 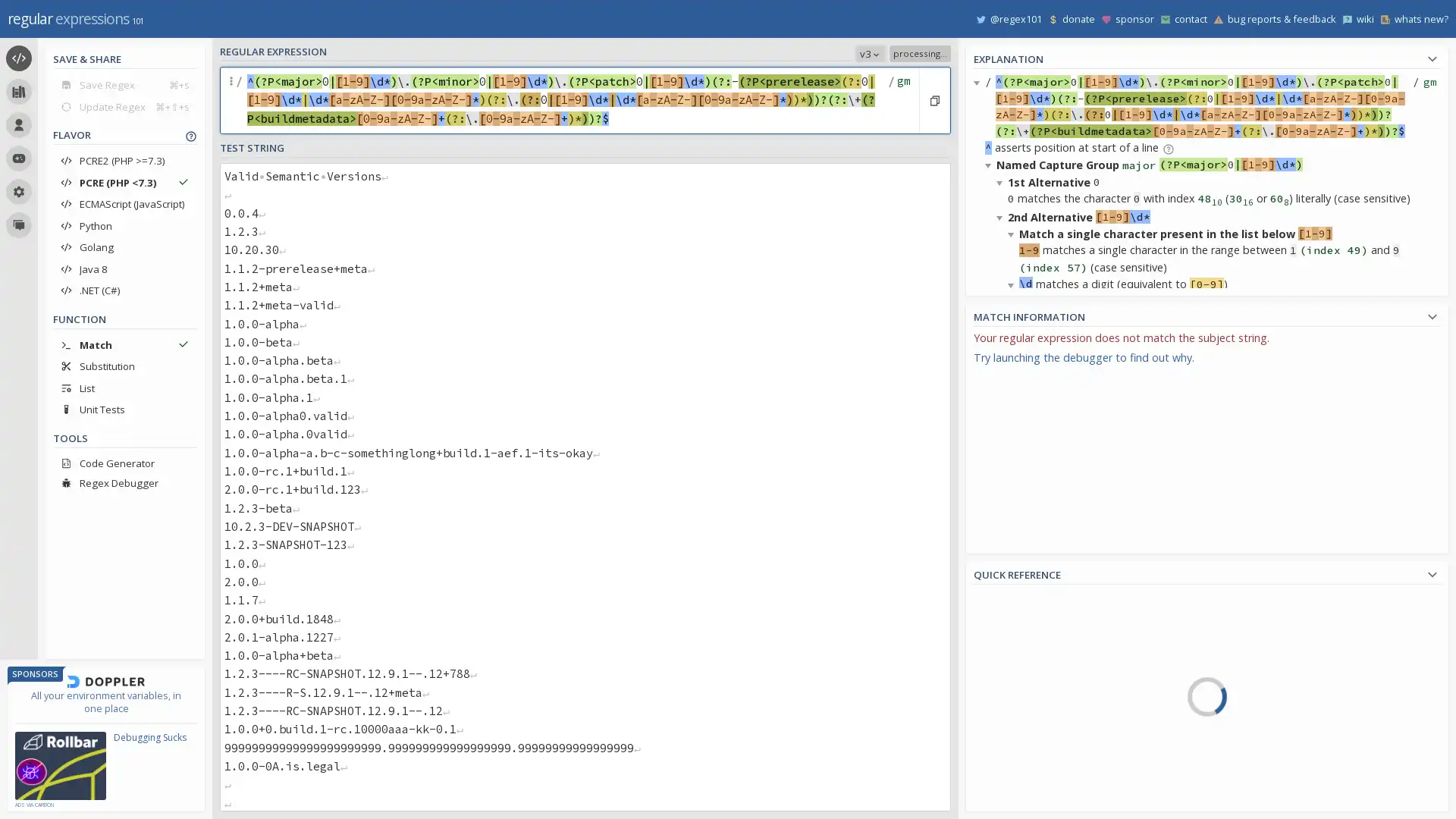 I want to click on Change delimiter, so click(x=232, y=100).